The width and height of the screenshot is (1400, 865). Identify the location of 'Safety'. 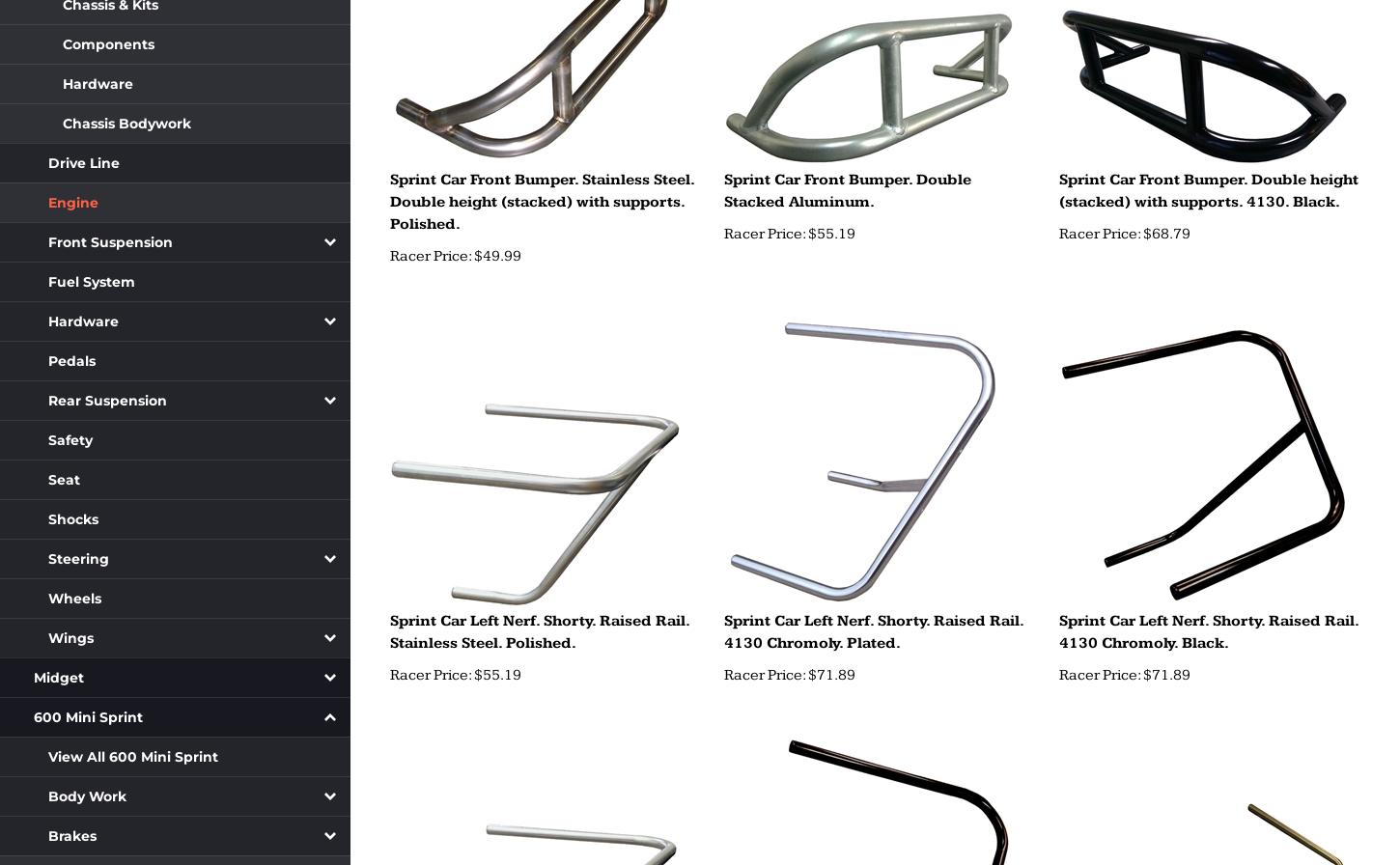
(70, 439).